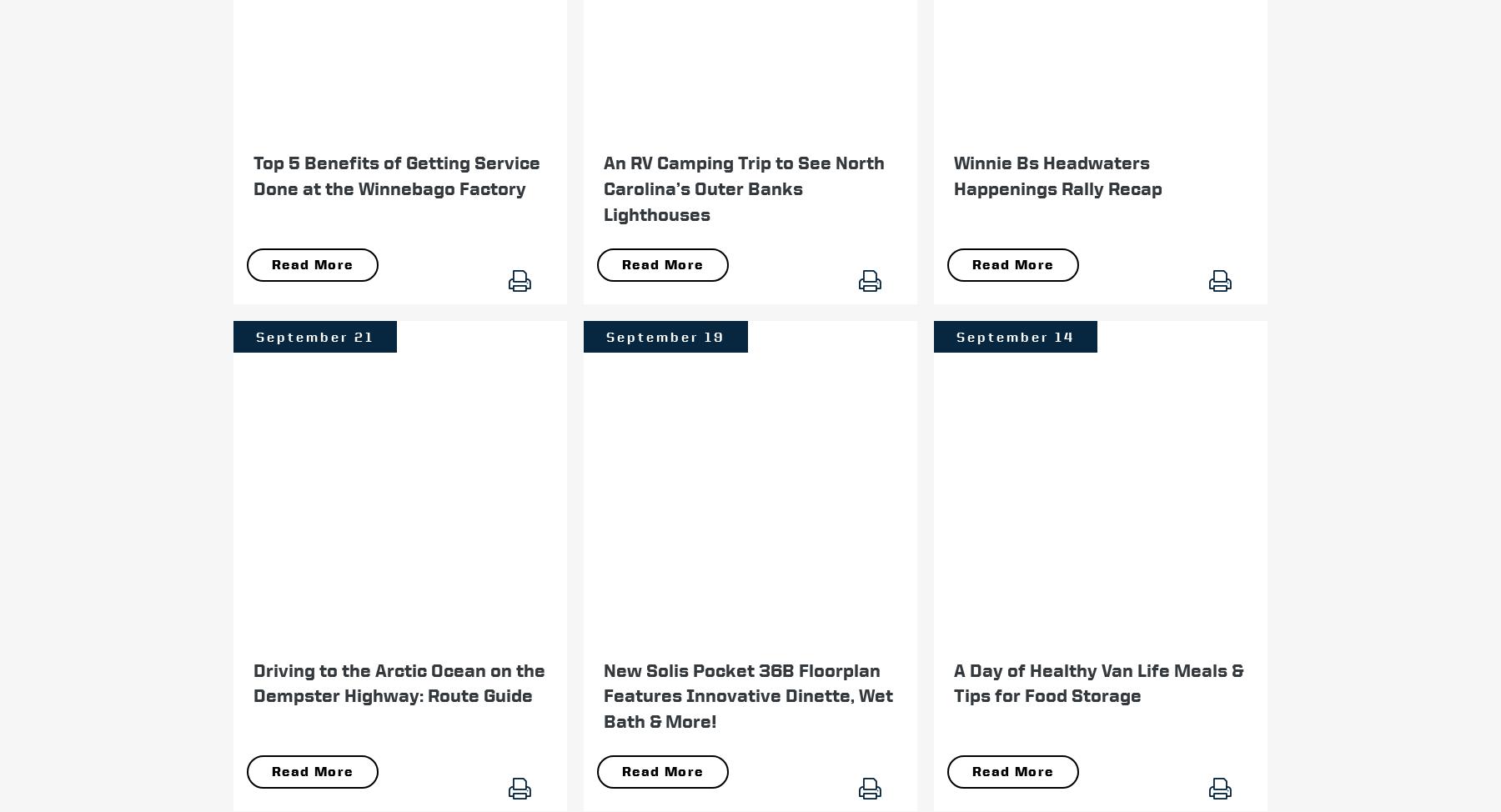 Image resolution: width=1501 pixels, height=812 pixels. What do you see at coordinates (953, 174) in the screenshot?
I see `'Winnie Bs Headwaters Happenings Rally Recap'` at bounding box center [953, 174].